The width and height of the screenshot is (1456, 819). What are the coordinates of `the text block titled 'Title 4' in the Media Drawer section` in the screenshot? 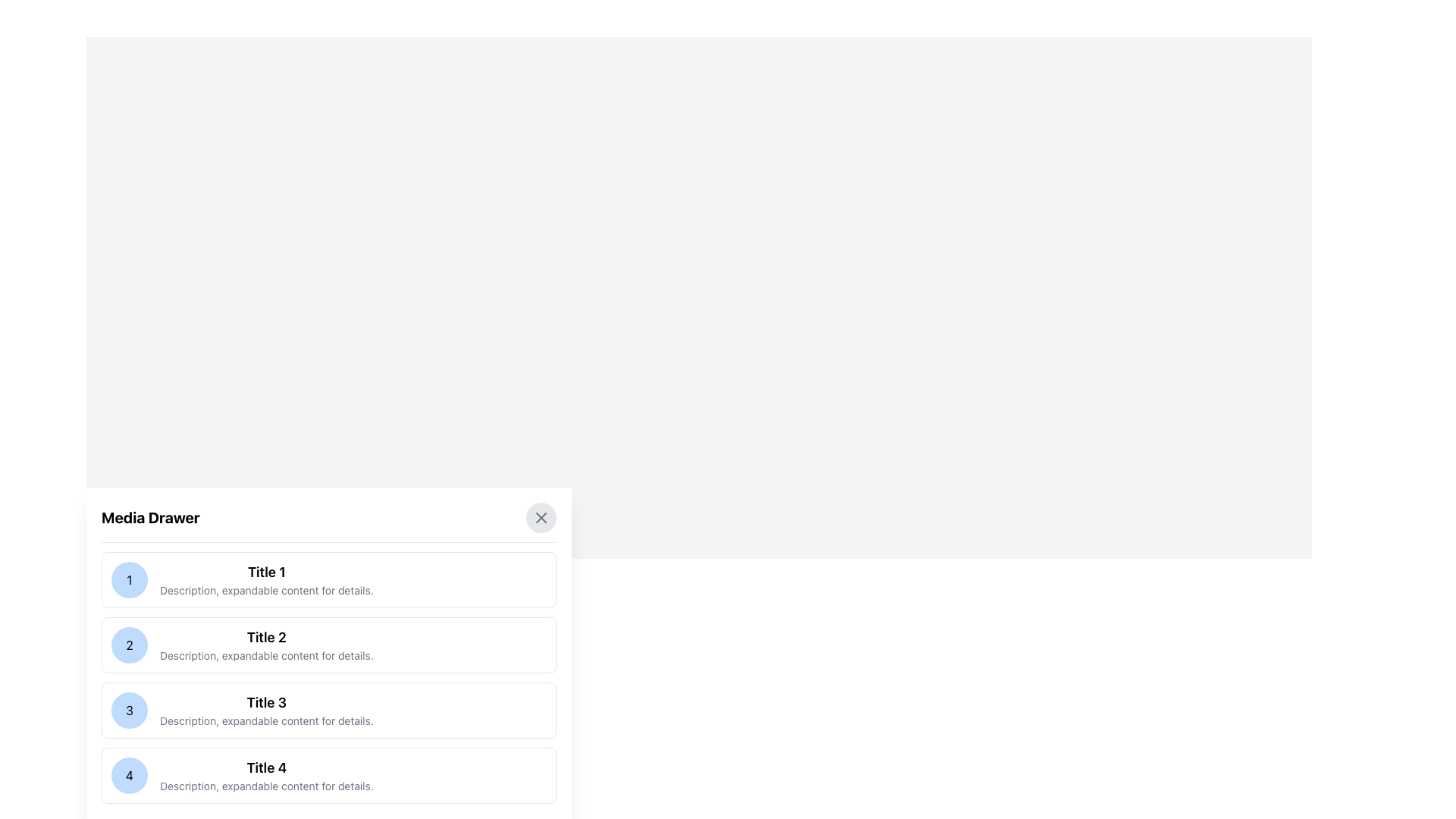 It's located at (266, 775).